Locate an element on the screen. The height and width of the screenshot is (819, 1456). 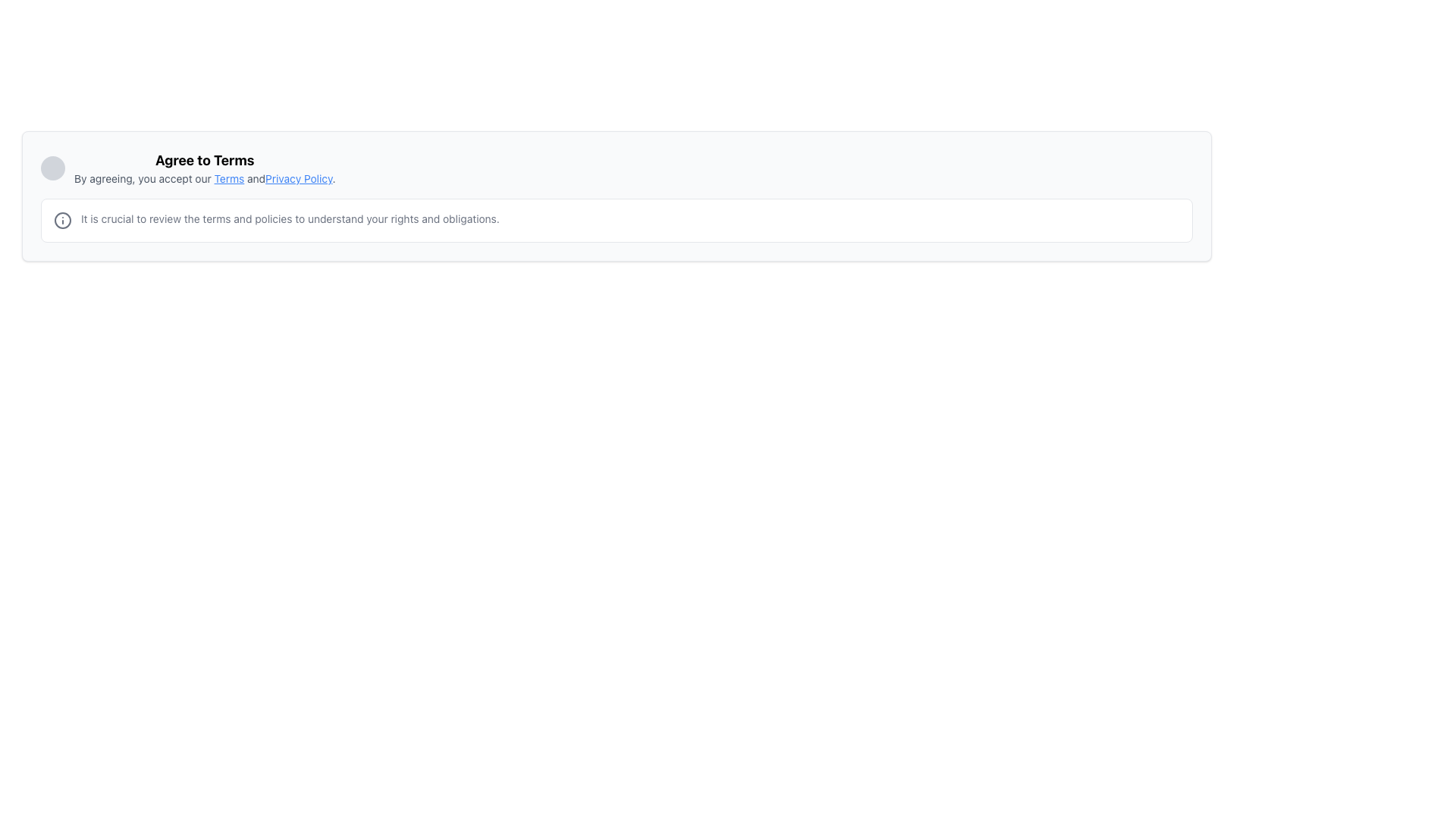
the hyperlinked text 'Terms' and 'Privacy Policy' within the light gray text snippet 'By agreeing, you accept our Terms and Privacy Policy' is located at coordinates (204, 177).